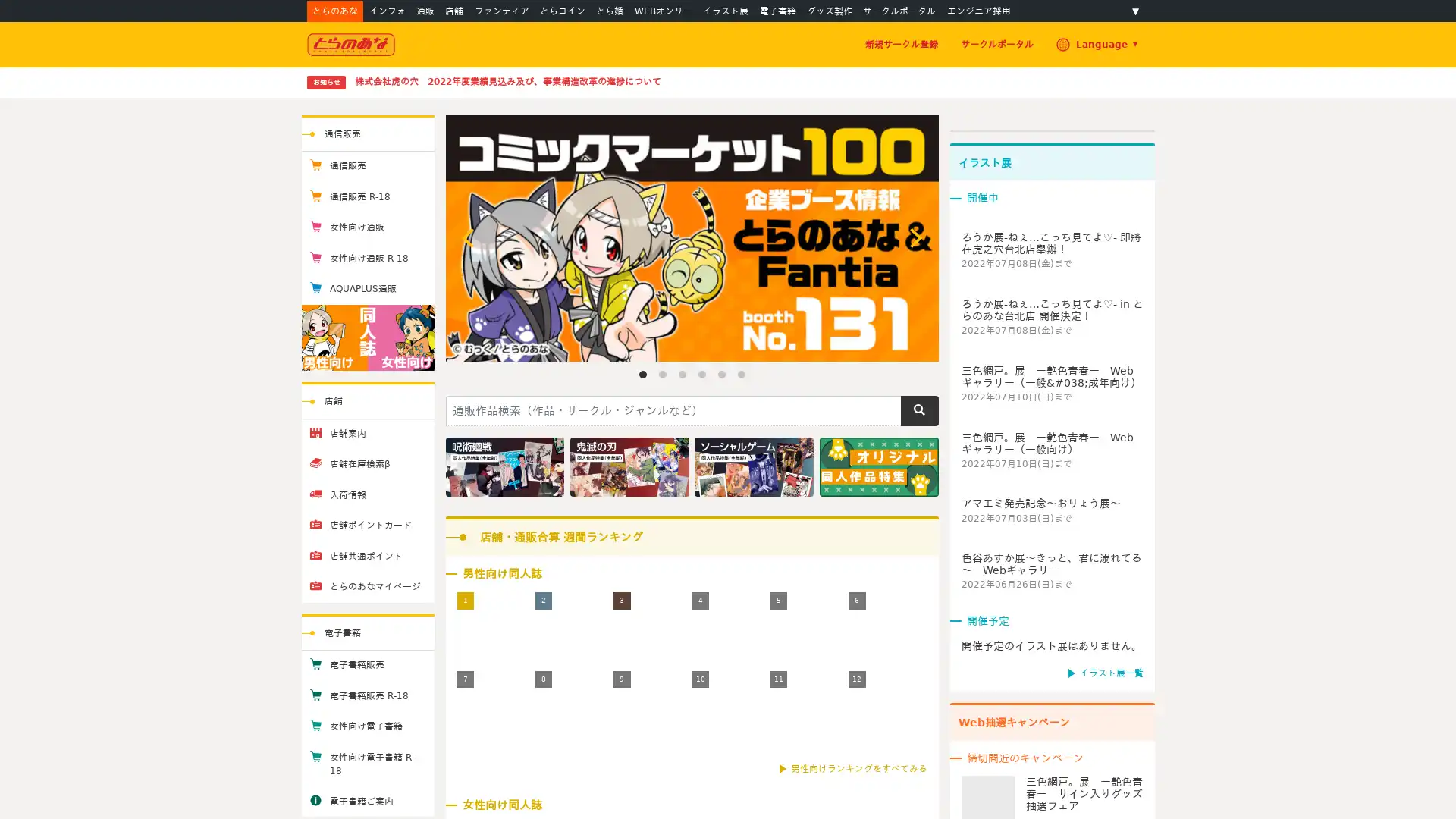 The width and height of the screenshot is (1456, 819). Describe the element at coordinates (912, 237) in the screenshot. I see `Next` at that location.